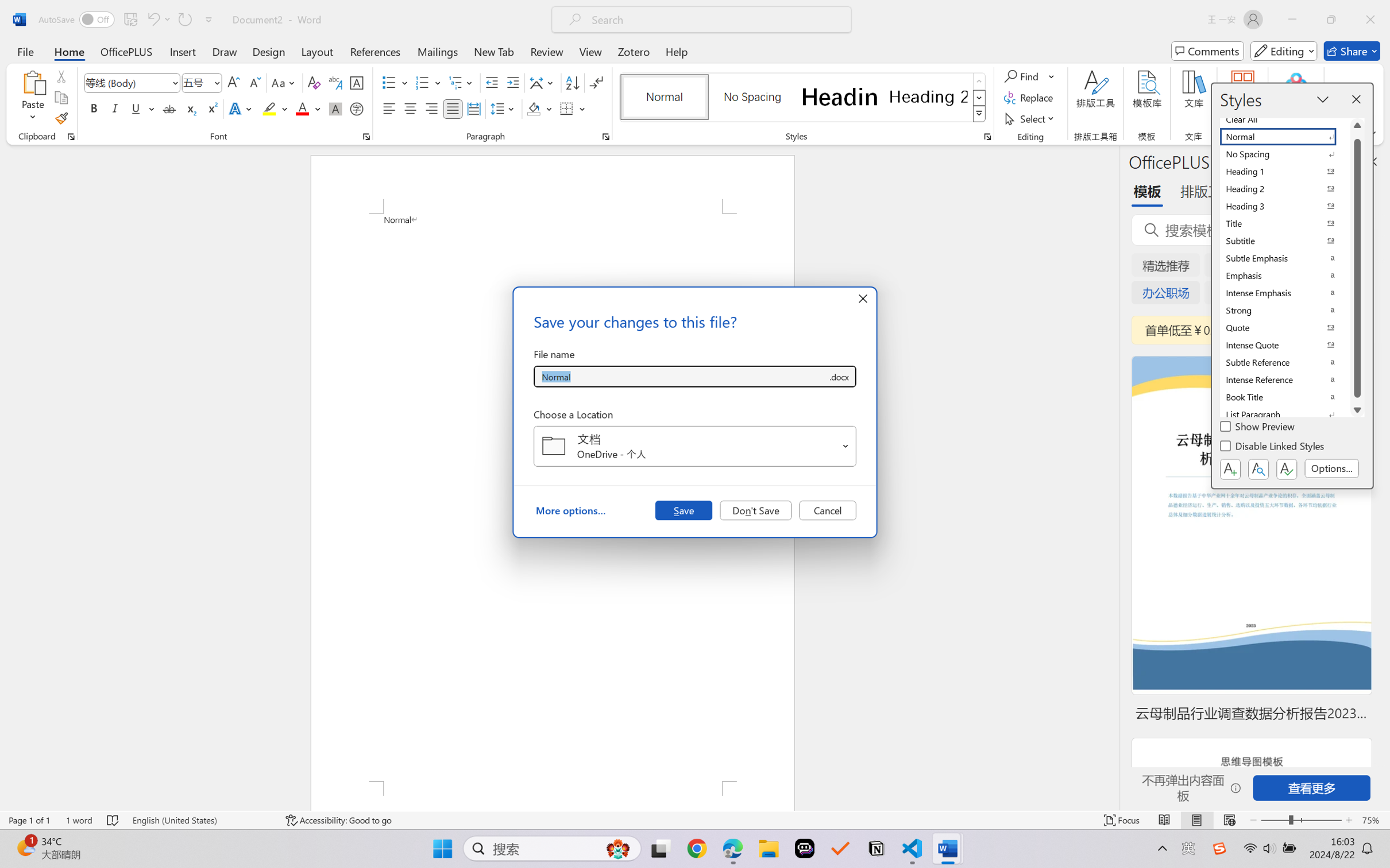 The height and width of the screenshot is (868, 1390). What do you see at coordinates (452, 108) in the screenshot?
I see `'Justify'` at bounding box center [452, 108].